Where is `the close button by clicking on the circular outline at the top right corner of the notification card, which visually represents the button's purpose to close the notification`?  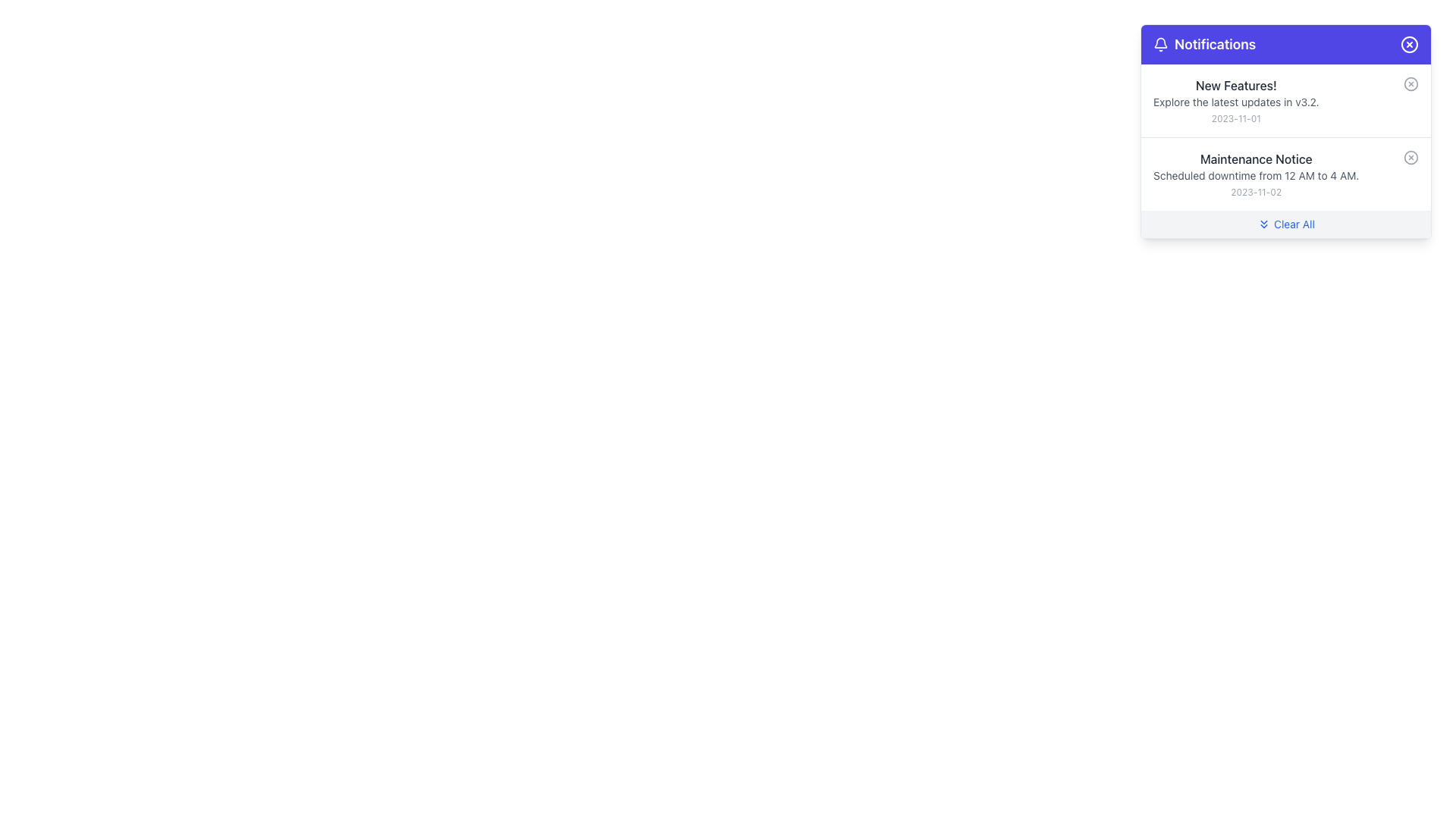
the close button by clicking on the circular outline at the top right corner of the notification card, which visually represents the button's purpose to close the notification is located at coordinates (1410, 84).